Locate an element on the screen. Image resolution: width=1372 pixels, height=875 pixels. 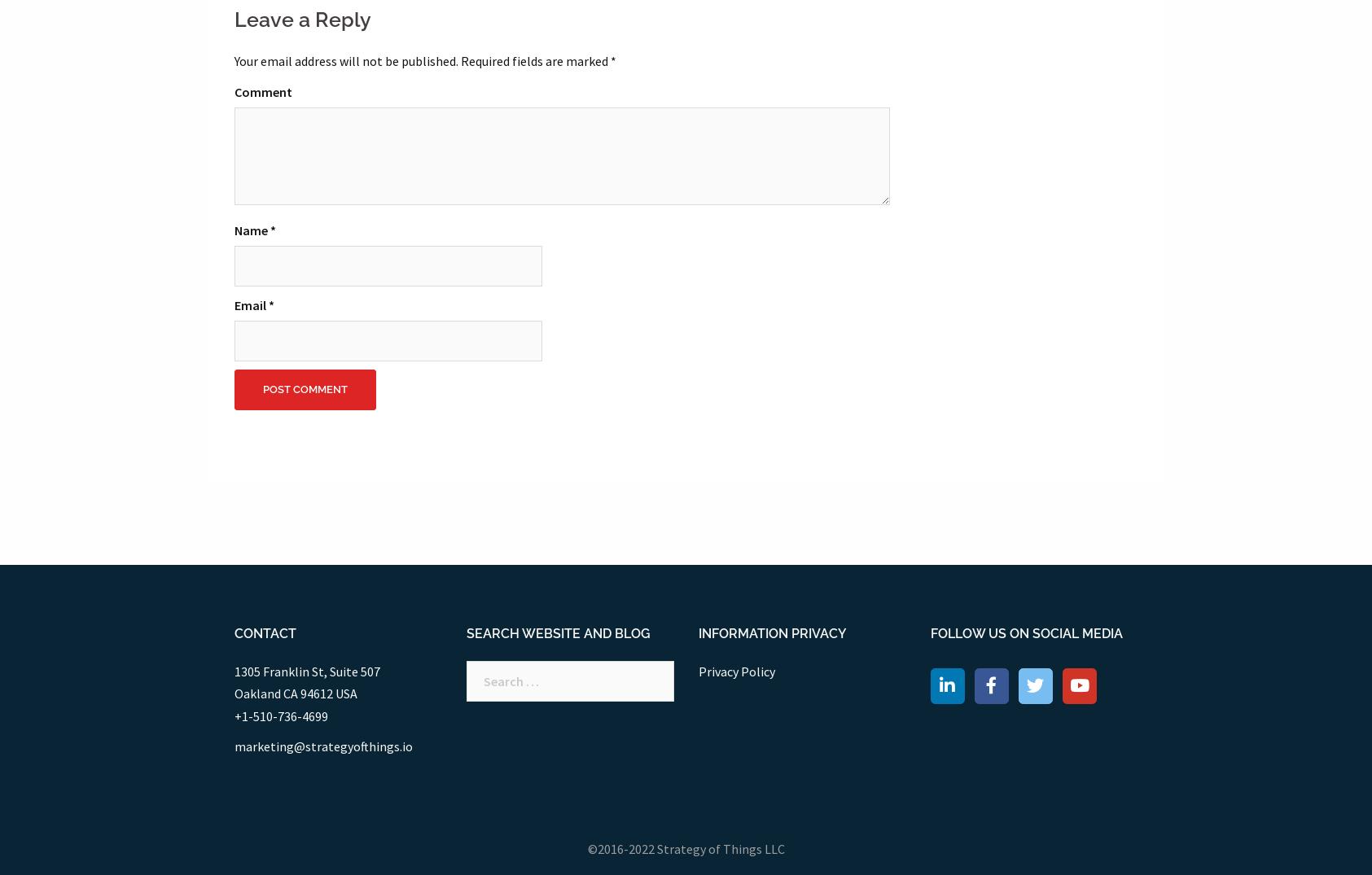
'Required fields are marked' is located at coordinates (533, 61).